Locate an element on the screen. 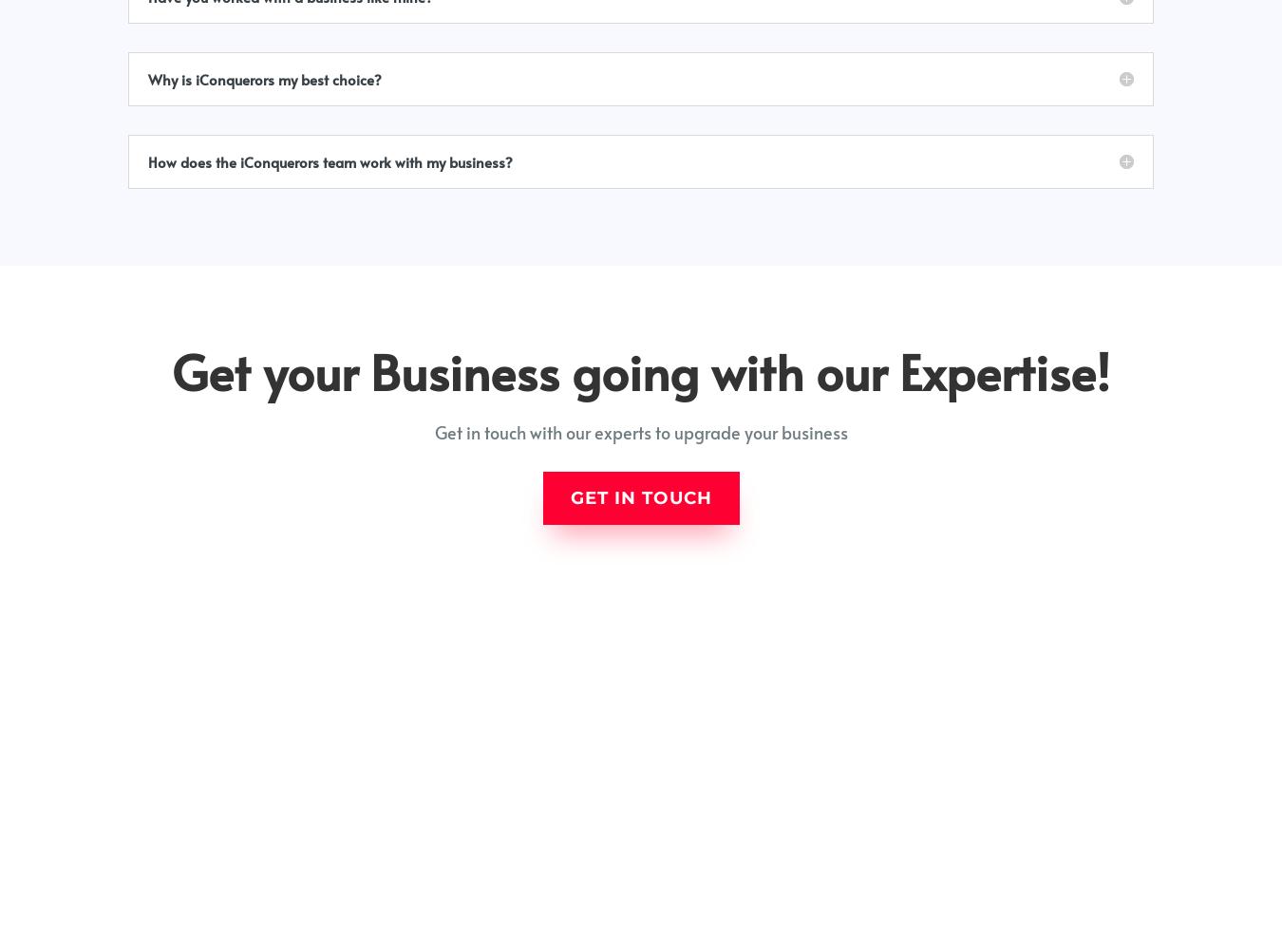  '+91 701 319 6804' is located at coordinates (945, 840).